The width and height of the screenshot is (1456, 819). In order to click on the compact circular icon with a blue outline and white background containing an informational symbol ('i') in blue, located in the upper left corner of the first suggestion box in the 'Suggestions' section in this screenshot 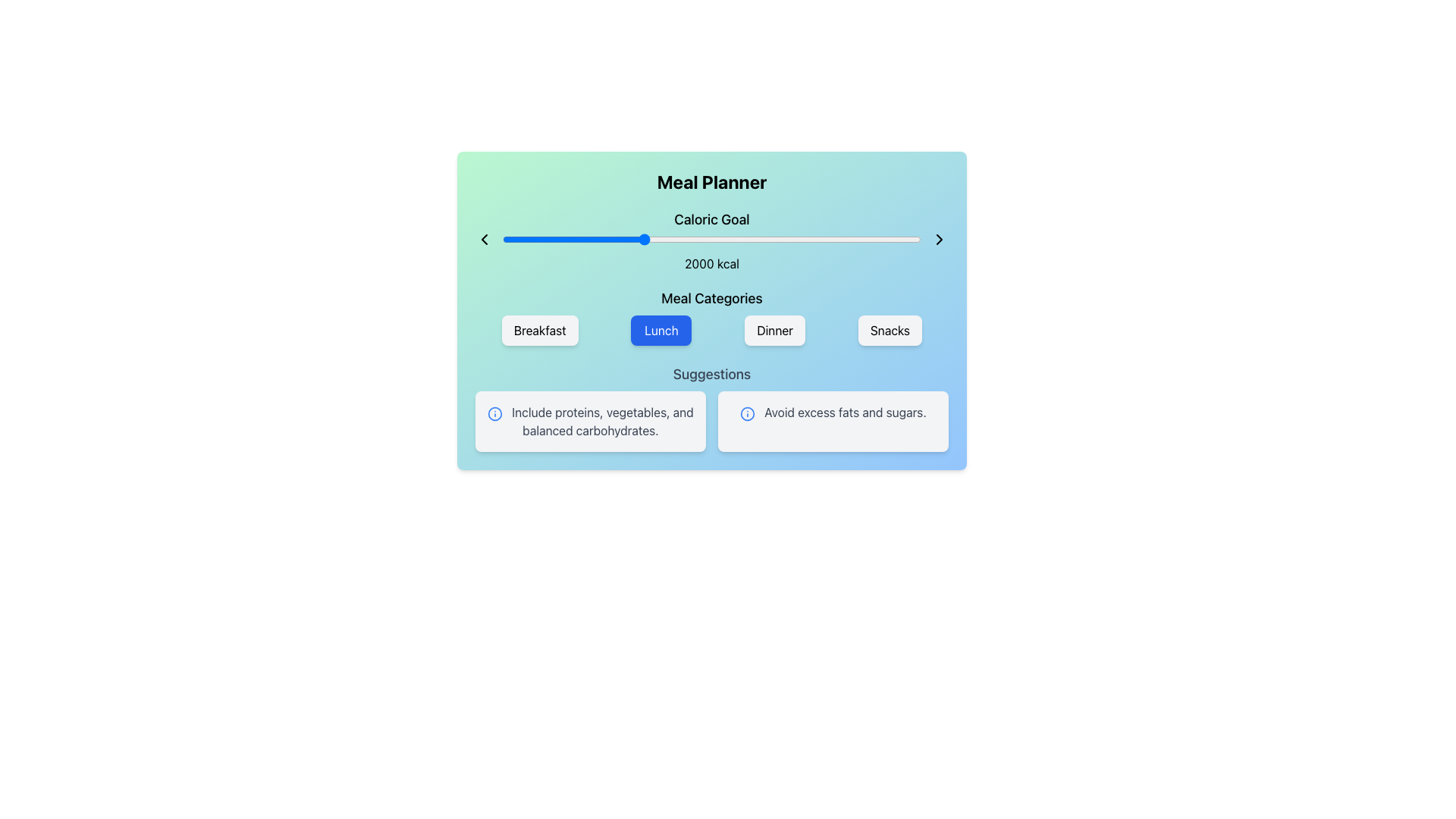, I will do `click(495, 413)`.